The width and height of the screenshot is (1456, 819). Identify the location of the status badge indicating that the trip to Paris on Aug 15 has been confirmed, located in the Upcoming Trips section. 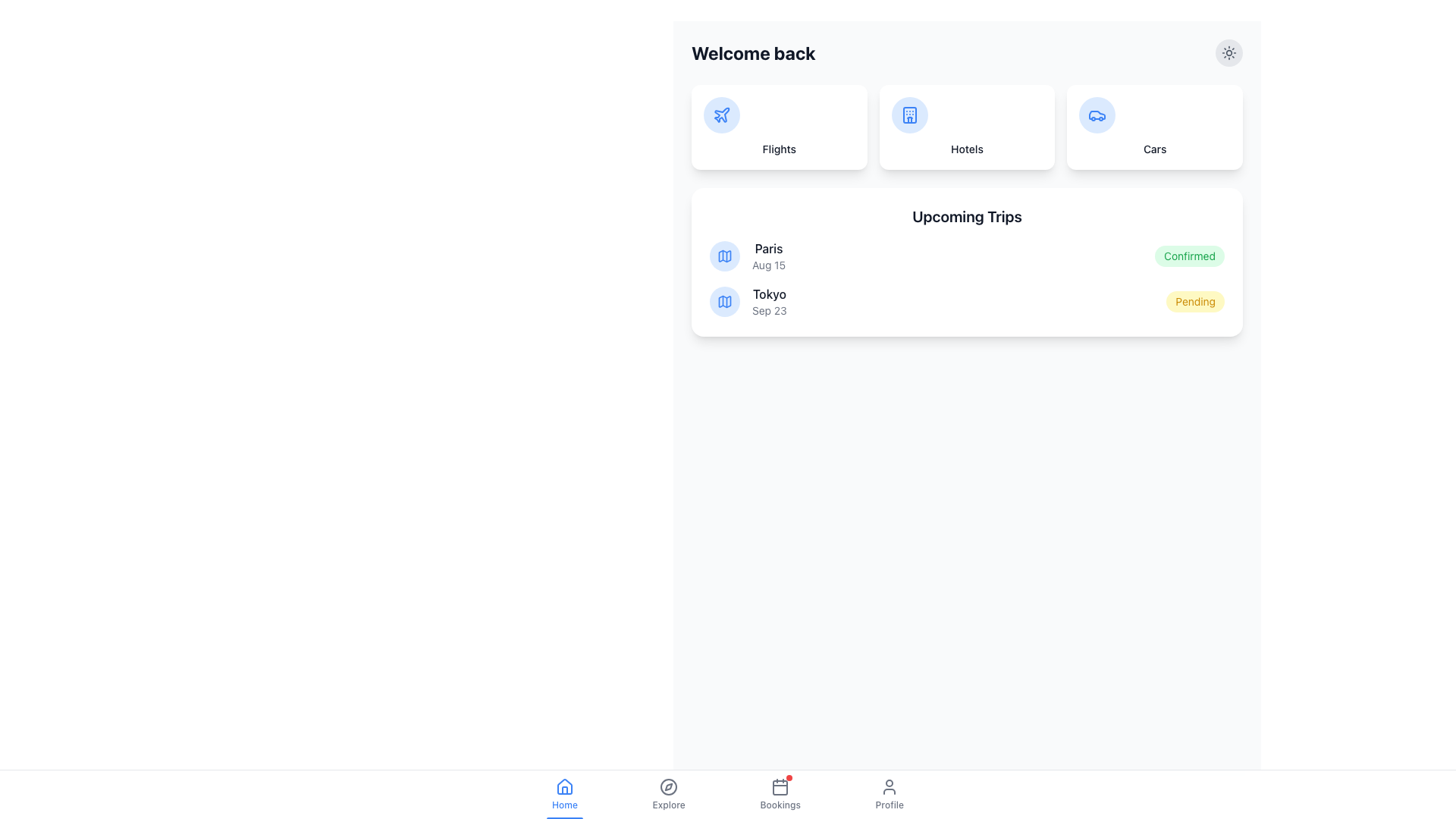
(1189, 256).